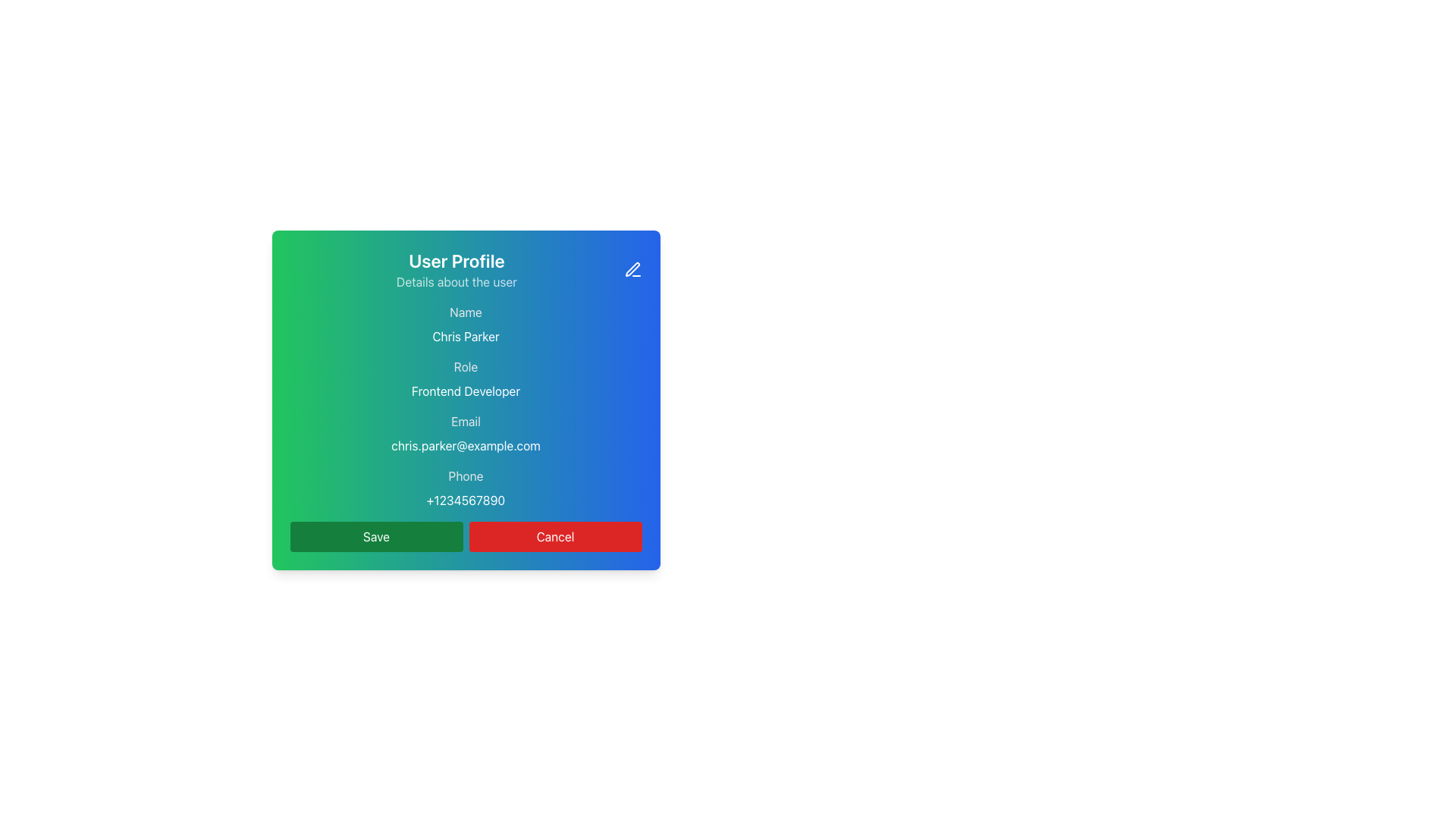  I want to click on the Header Section of the card, which serves as the title and description summarizing the content below, located at the top of the rounded rectangular card layout, so click(465, 268).